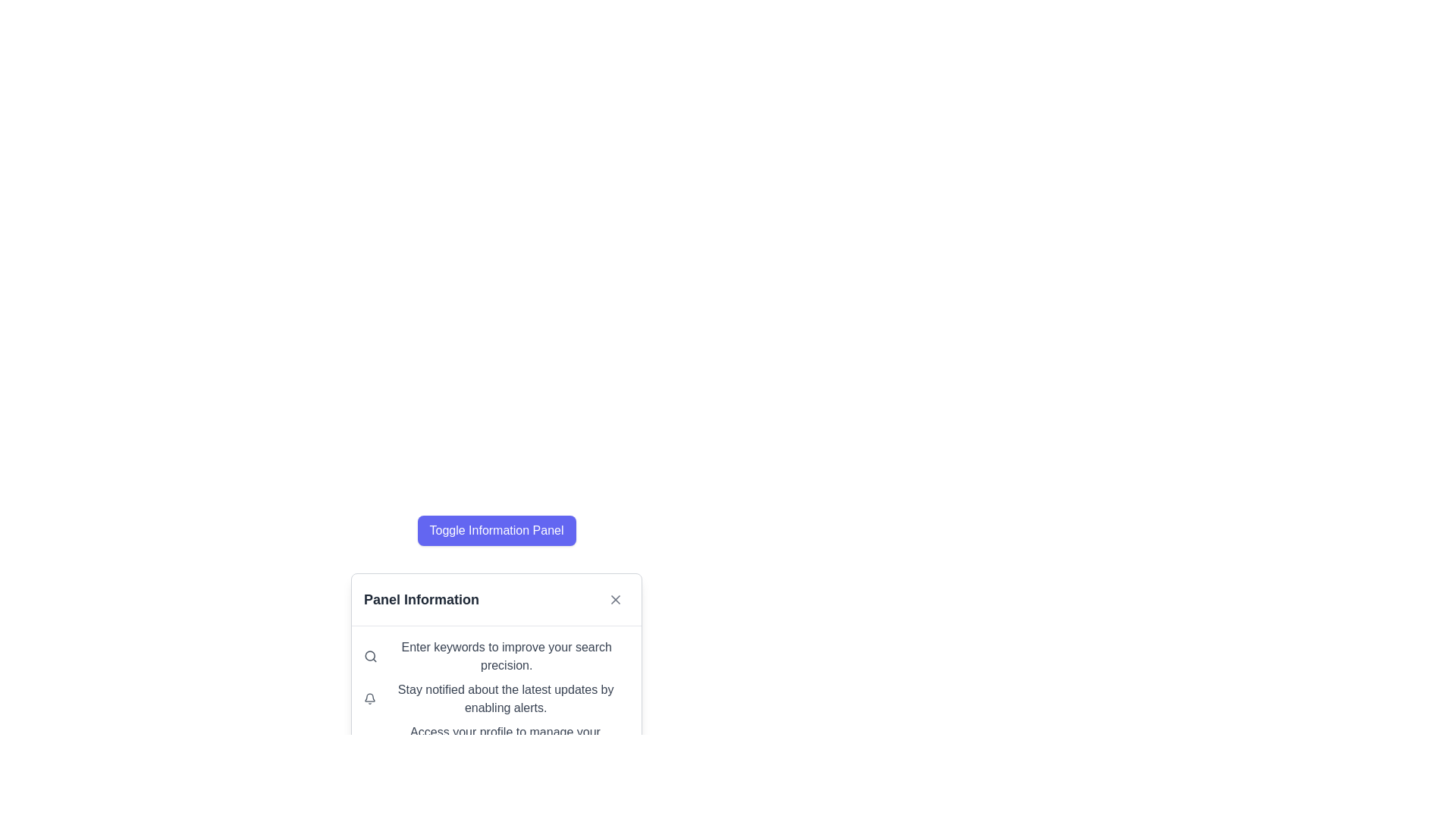 This screenshot has width=1456, height=819. Describe the element at coordinates (505, 741) in the screenshot. I see `the informational textual label advising users` at that location.